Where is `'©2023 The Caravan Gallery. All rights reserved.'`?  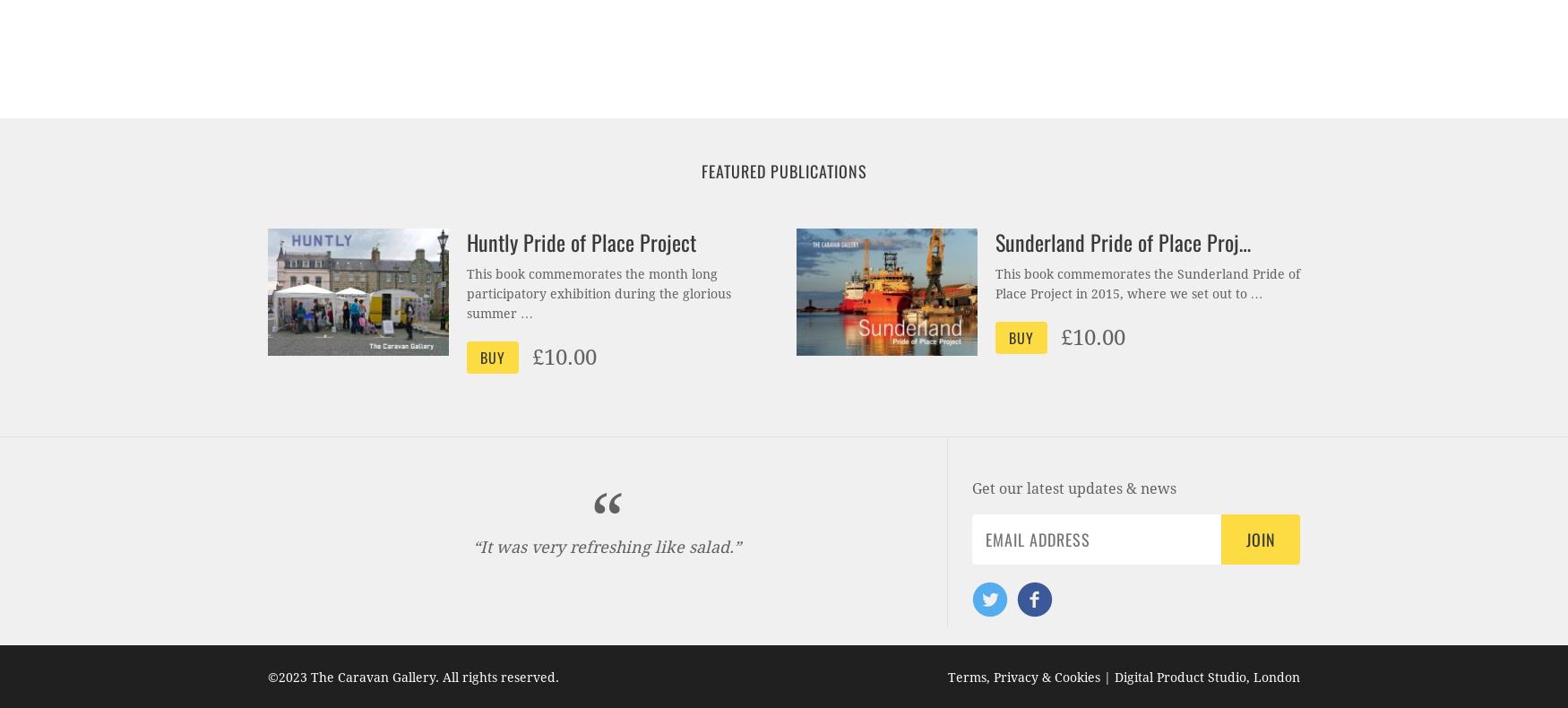
'©2023 The Caravan Gallery. All rights reserved.' is located at coordinates (413, 678).